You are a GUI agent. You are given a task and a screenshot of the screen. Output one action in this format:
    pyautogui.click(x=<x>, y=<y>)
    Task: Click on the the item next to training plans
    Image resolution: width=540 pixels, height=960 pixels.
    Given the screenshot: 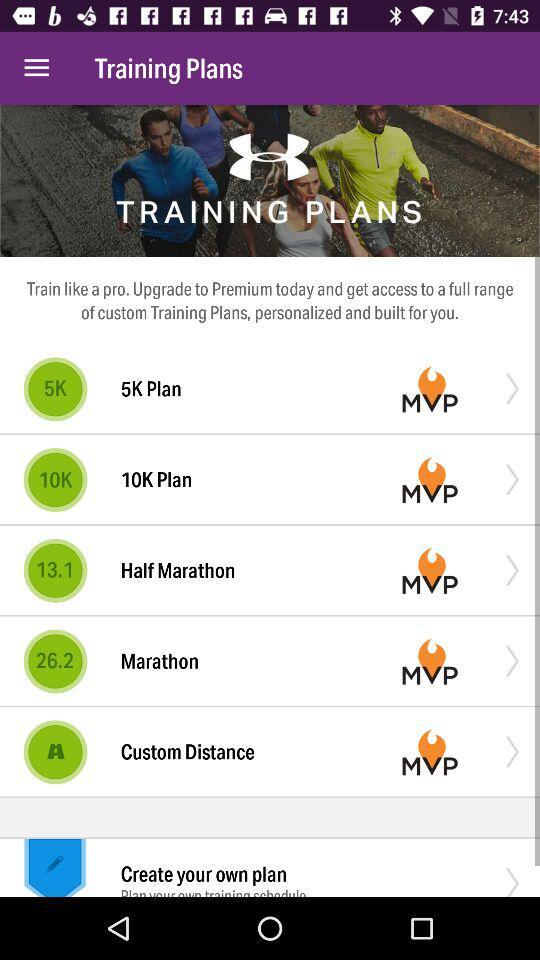 What is the action you would take?
    pyautogui.click(x=36, y=68)
    